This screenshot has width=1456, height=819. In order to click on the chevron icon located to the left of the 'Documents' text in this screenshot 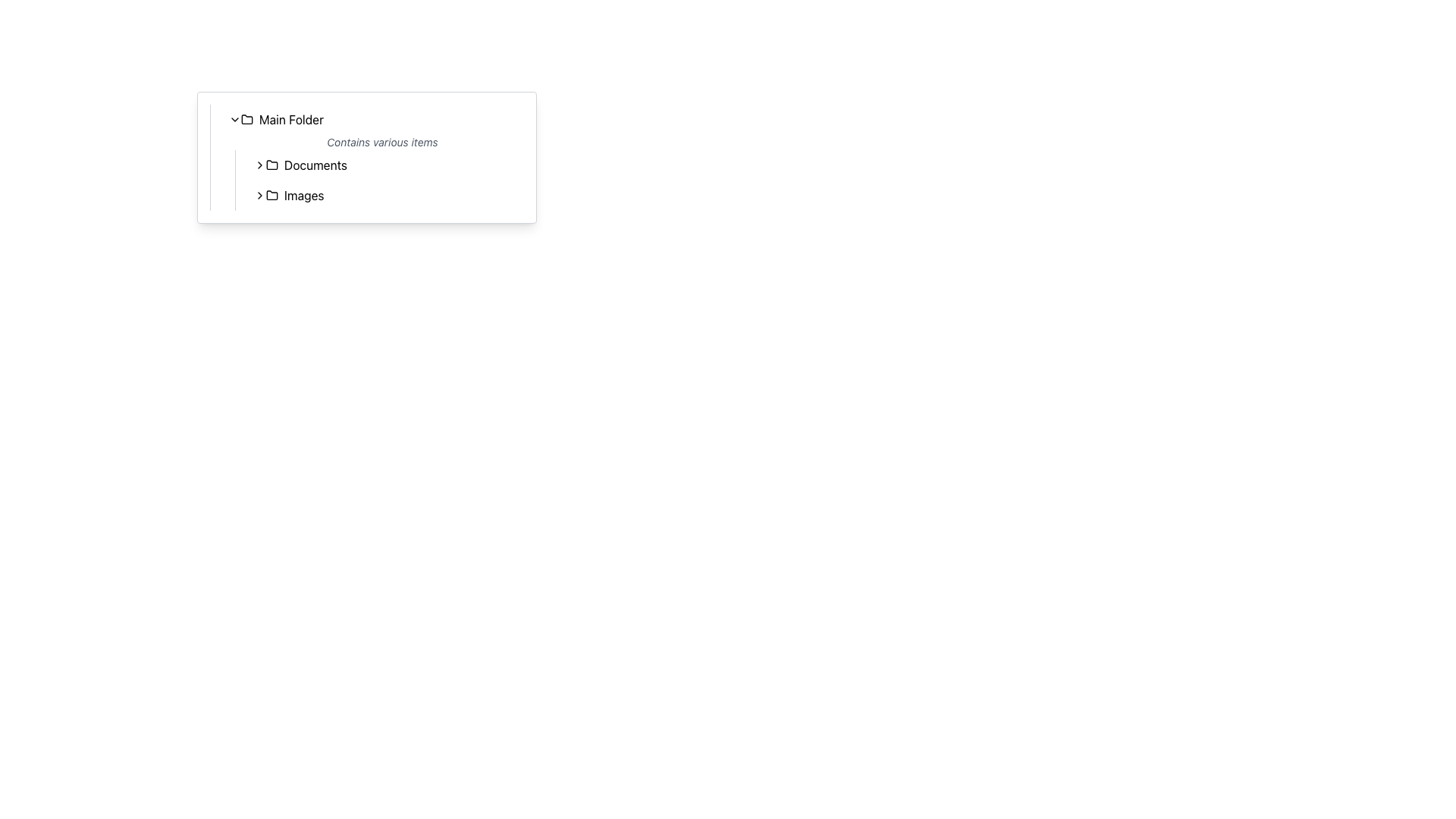, I will do `click(259, 165)`.